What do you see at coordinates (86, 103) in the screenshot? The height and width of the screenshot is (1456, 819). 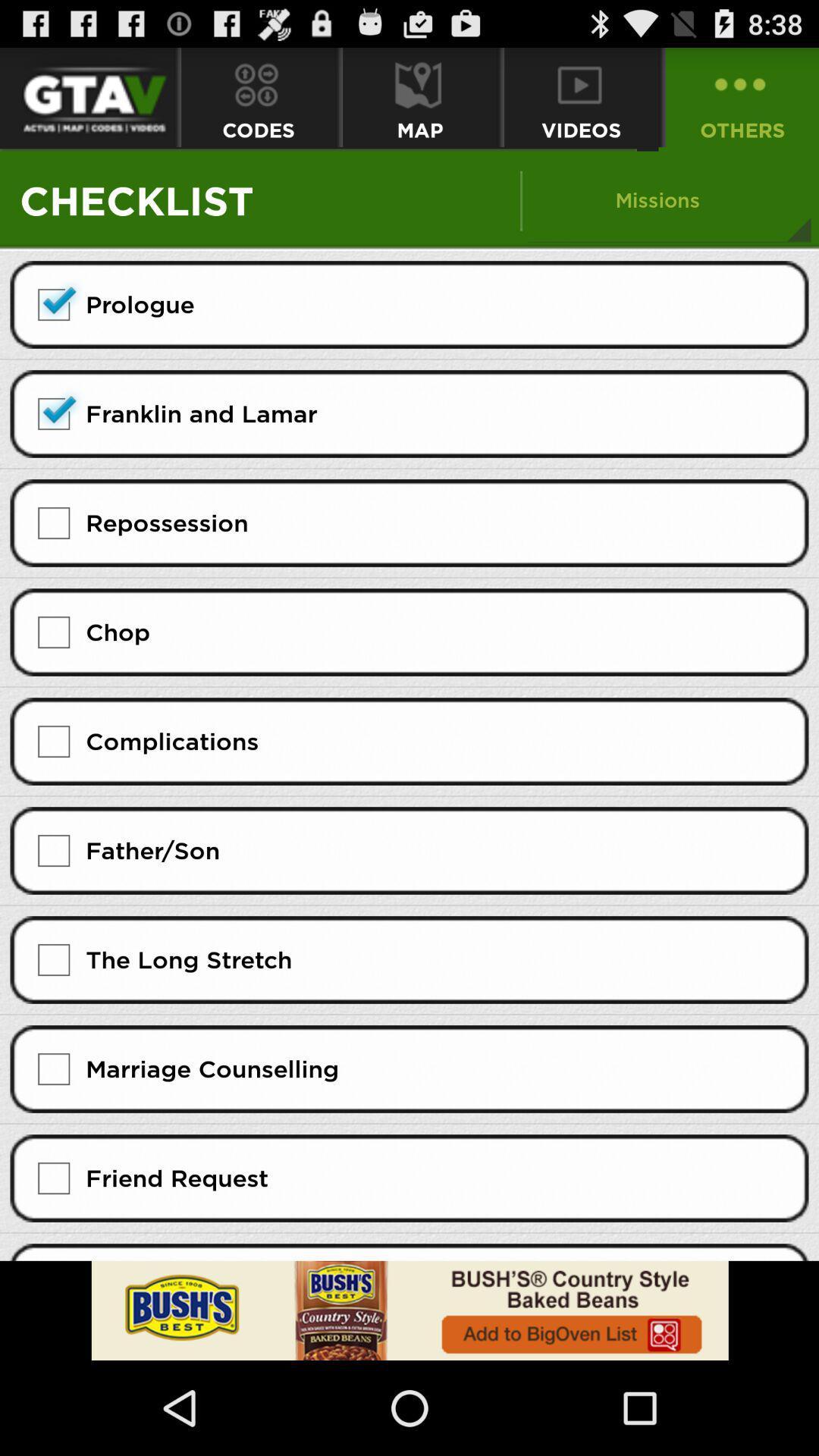 I see `the font icon` at bounding box center [86, 103].